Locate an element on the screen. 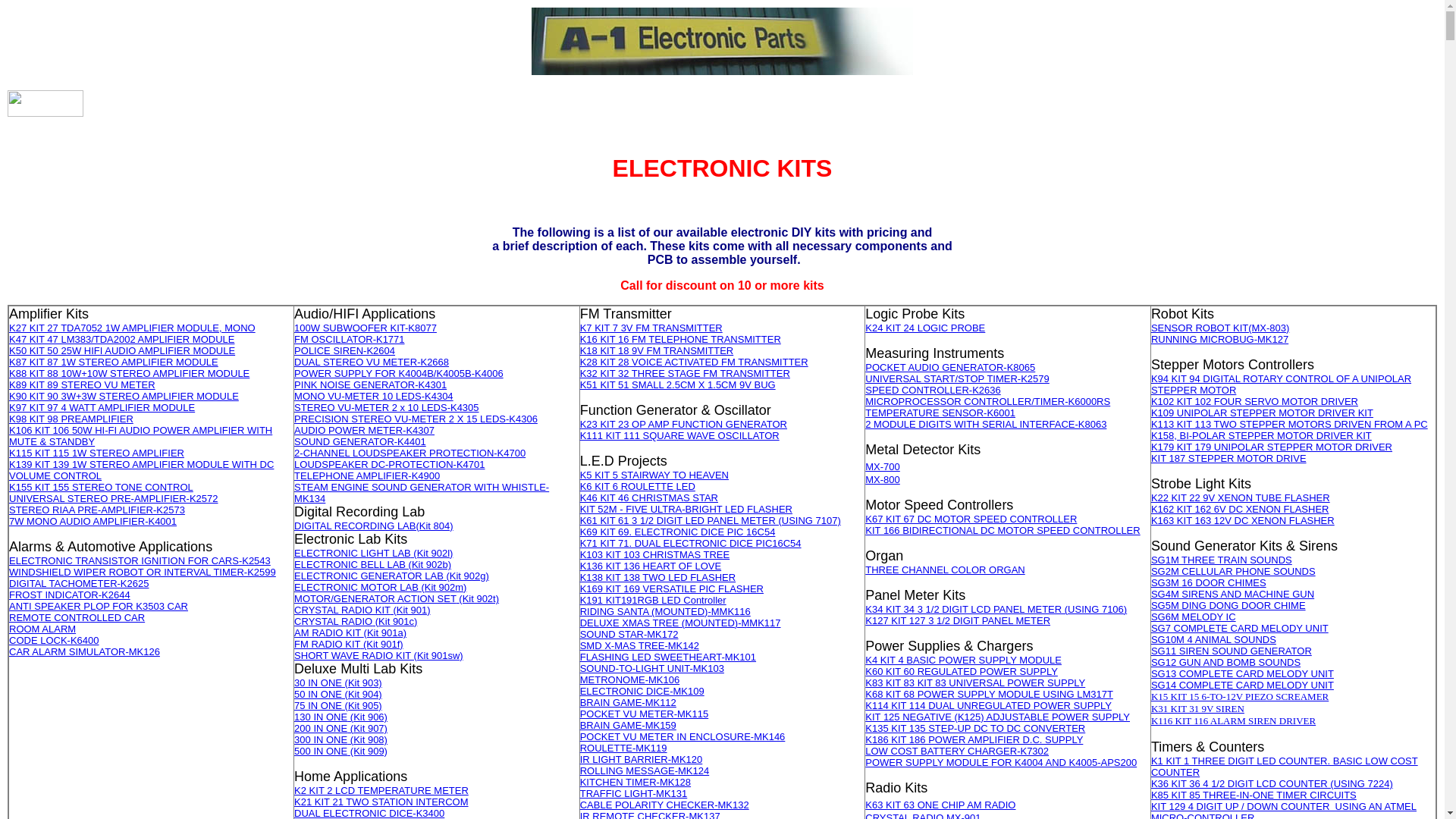 Image resolution: width=1456 pixels, height=819 pixels. 'K191 KIT191RGB LED Controller' is located at coordinates (579, 599).